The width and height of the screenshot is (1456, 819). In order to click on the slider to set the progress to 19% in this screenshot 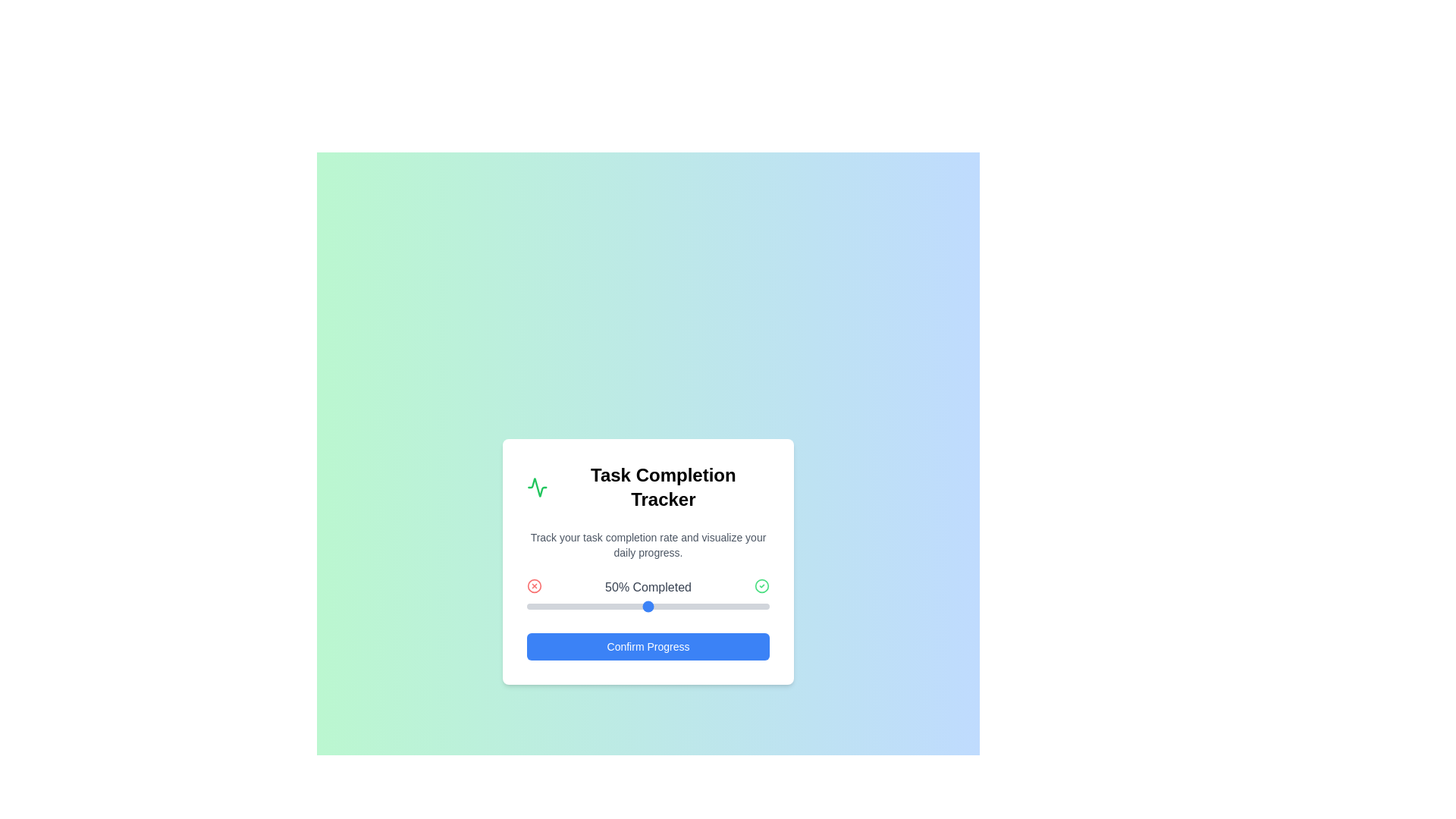, I will do `click(572, 605)`.